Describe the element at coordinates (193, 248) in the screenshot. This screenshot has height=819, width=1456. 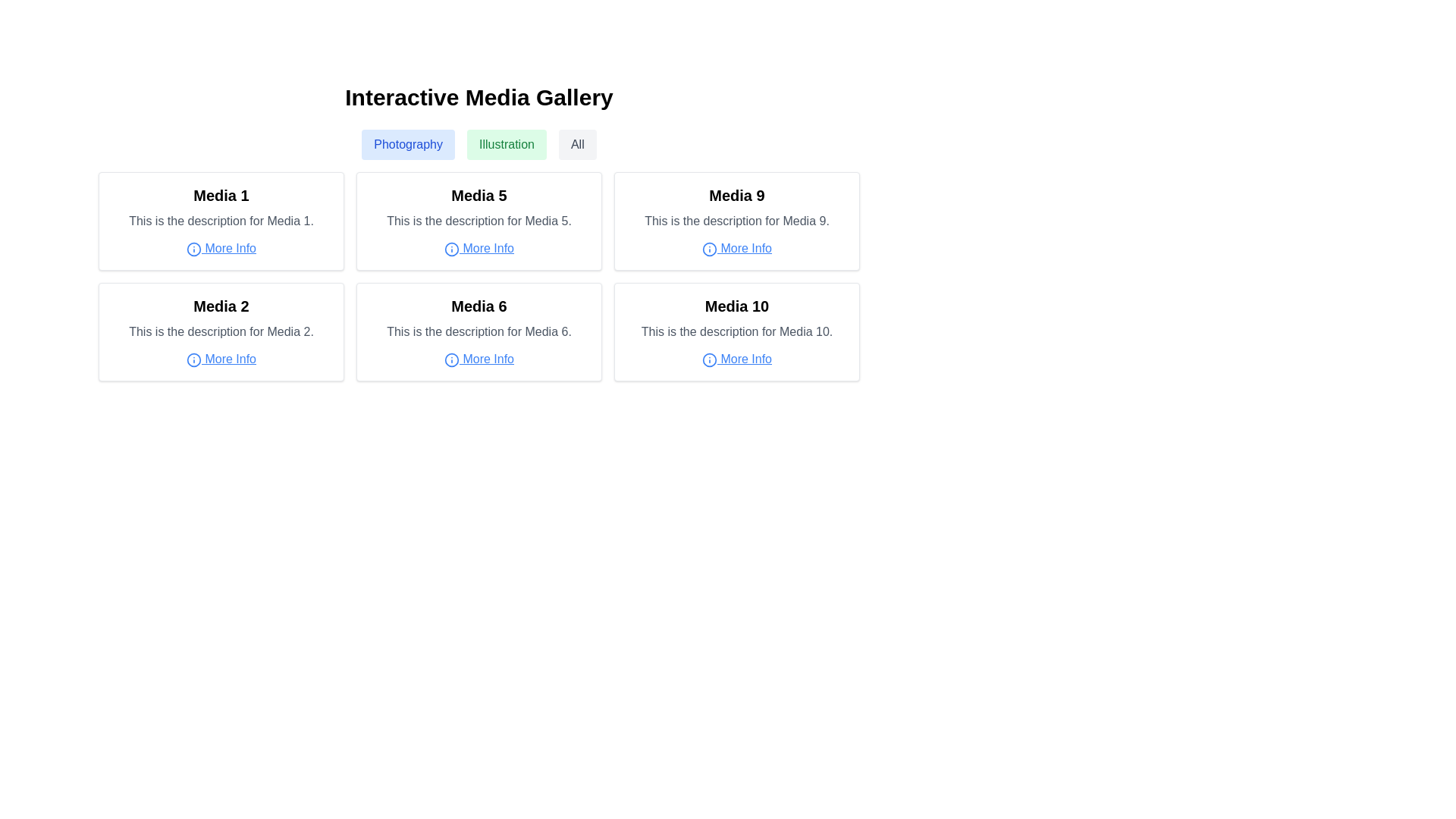
I see `the circular information icon within the 'More Info' link located beneath the description for 'Media 1' in the top-left card of the grid` at that location.